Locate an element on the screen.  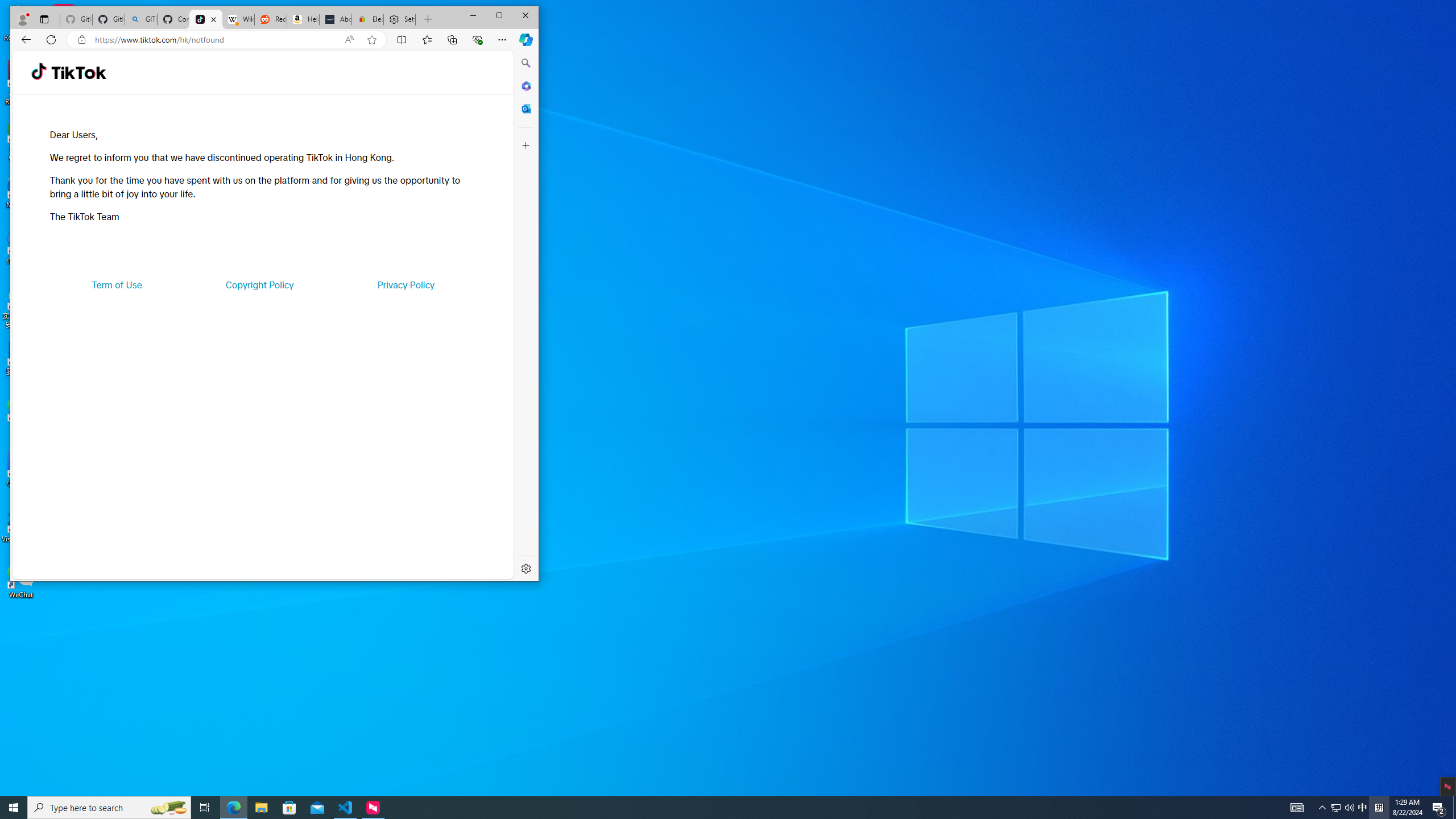
'AutomationID: 4105' is located at coordinates (1296, 806).